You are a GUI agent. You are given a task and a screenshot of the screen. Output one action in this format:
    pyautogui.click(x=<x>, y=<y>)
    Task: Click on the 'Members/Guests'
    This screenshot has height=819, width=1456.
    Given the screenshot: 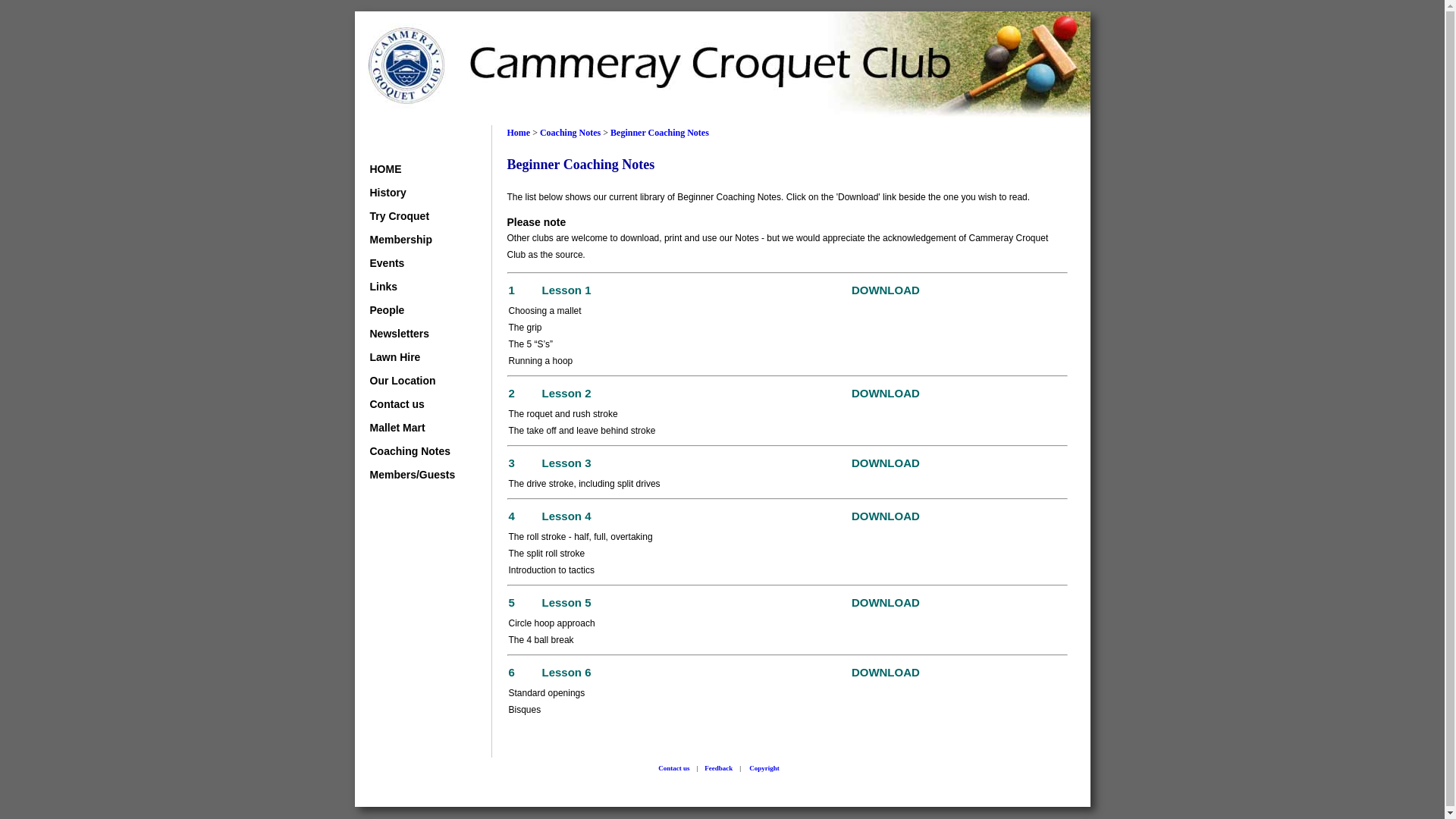 What is the action you would take?
    pyautogui.click(x=370, y=473)
    